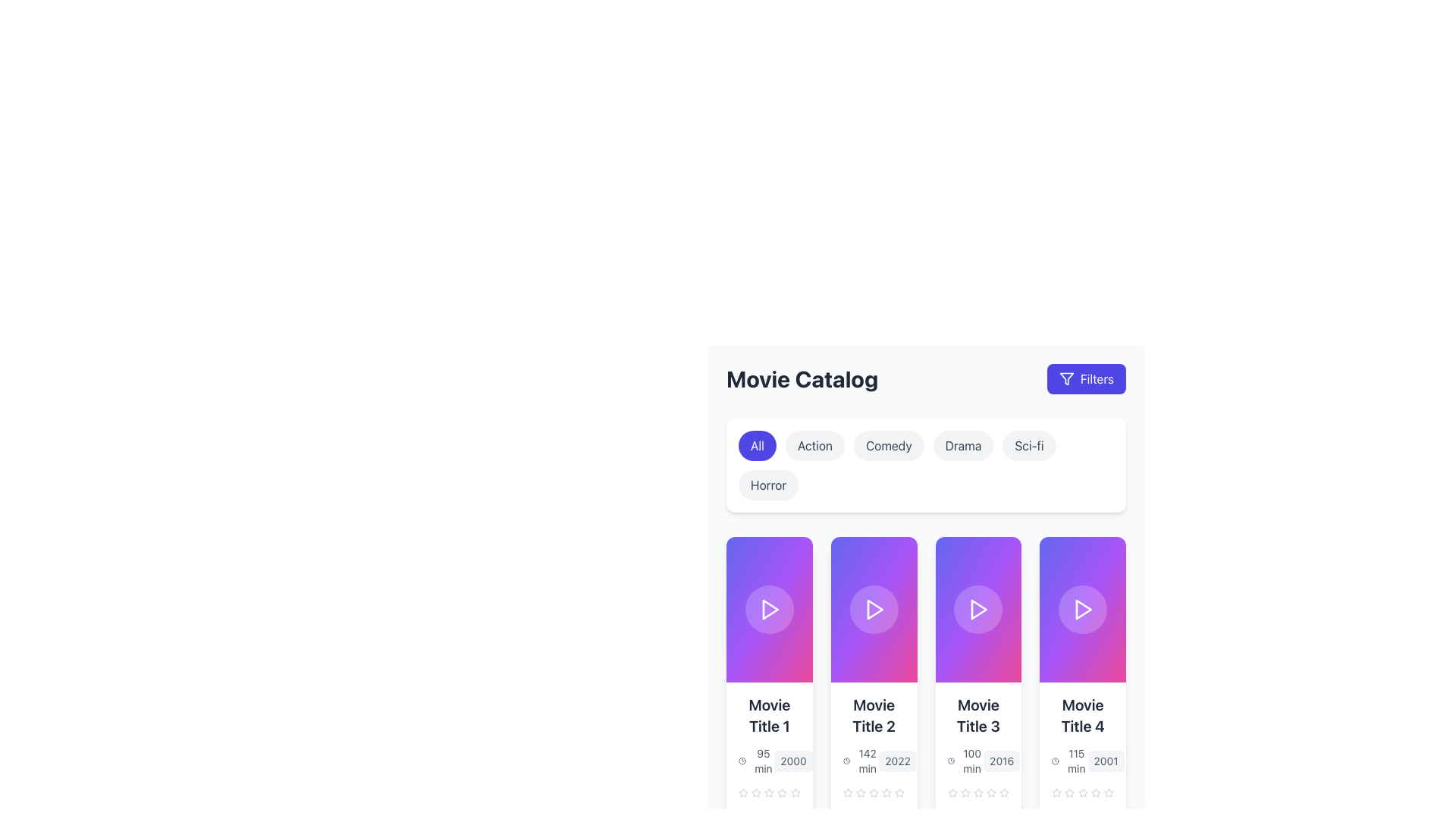 This screenshot has height=819, width=1456. Describe the element at coordinates (1065, 378) in the screenshot. I see `the funnel icon located in the top-right corner of the interface, which is part of the 'Filters' button structure near the 'Movie Catalog' header` at that location.